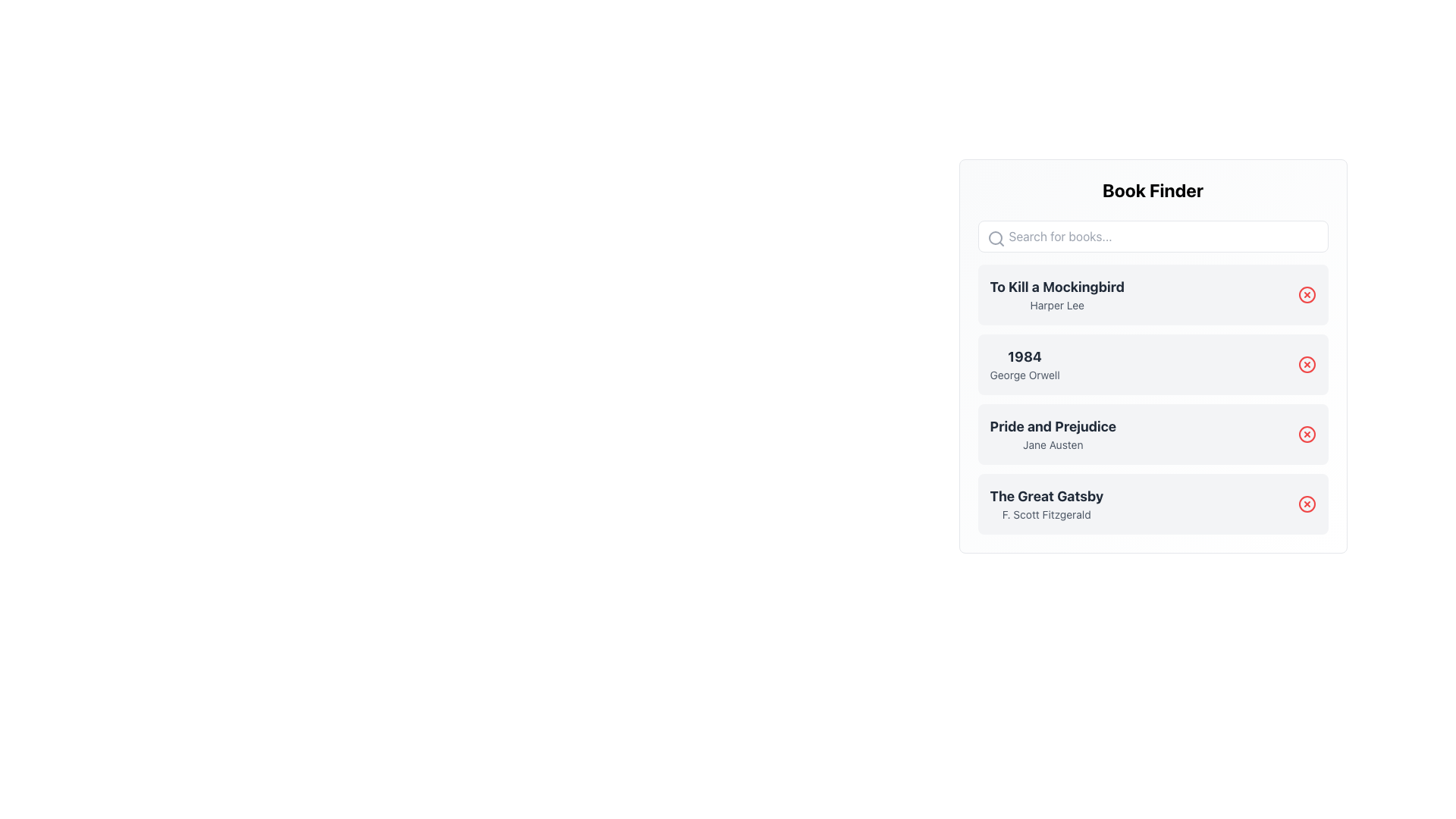  I want to click on the text label displaying 'The Great Gatsby' which is bold and dark gray, located above 'F. Scott Fitzgerald' in the fourth book entry under 'Book Finder', so click(1046, 497).